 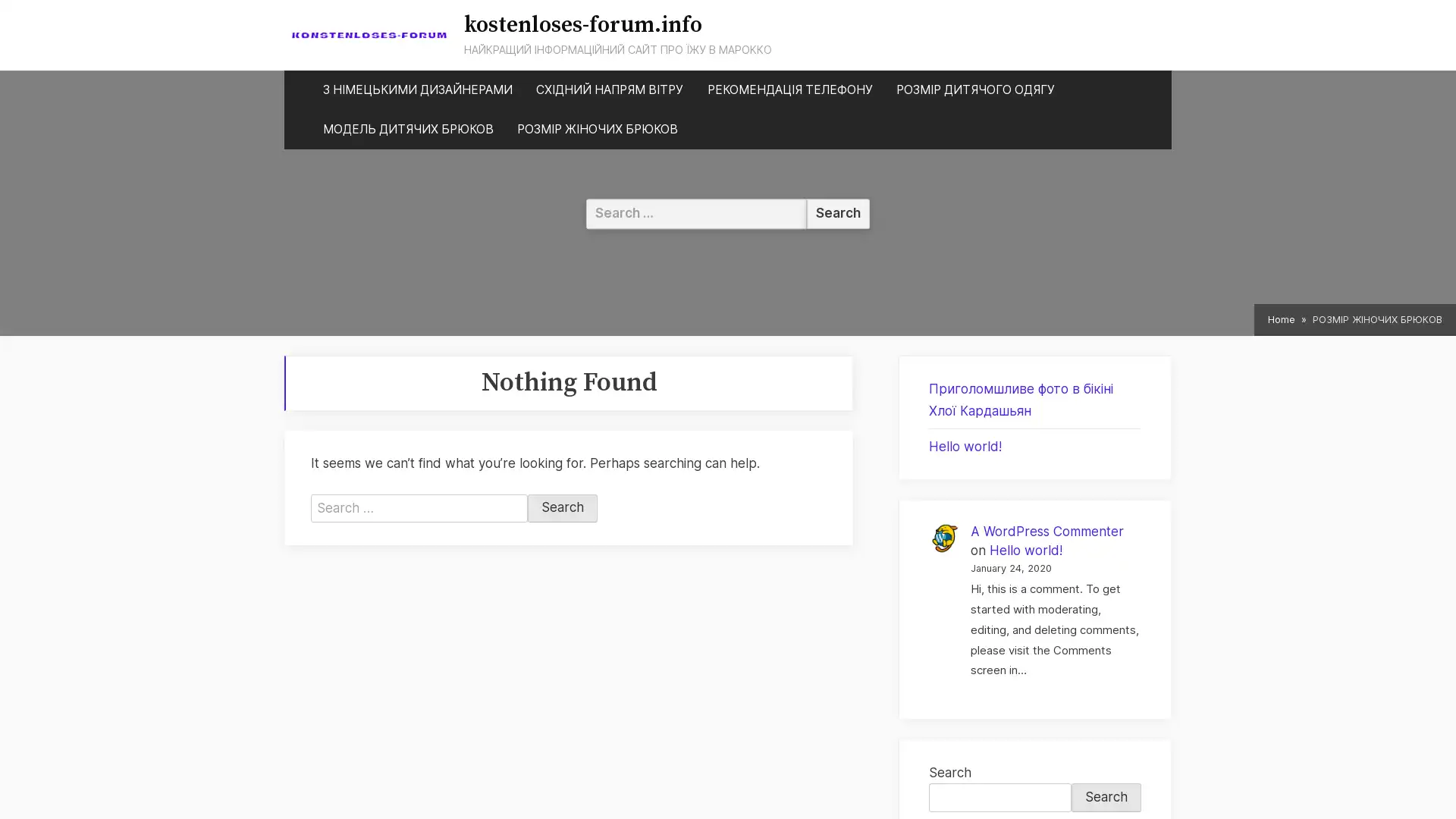 What do you see at coordinates (1106, 796) in the screenshot?
I see `Search` at bounding box center [1106, 796].